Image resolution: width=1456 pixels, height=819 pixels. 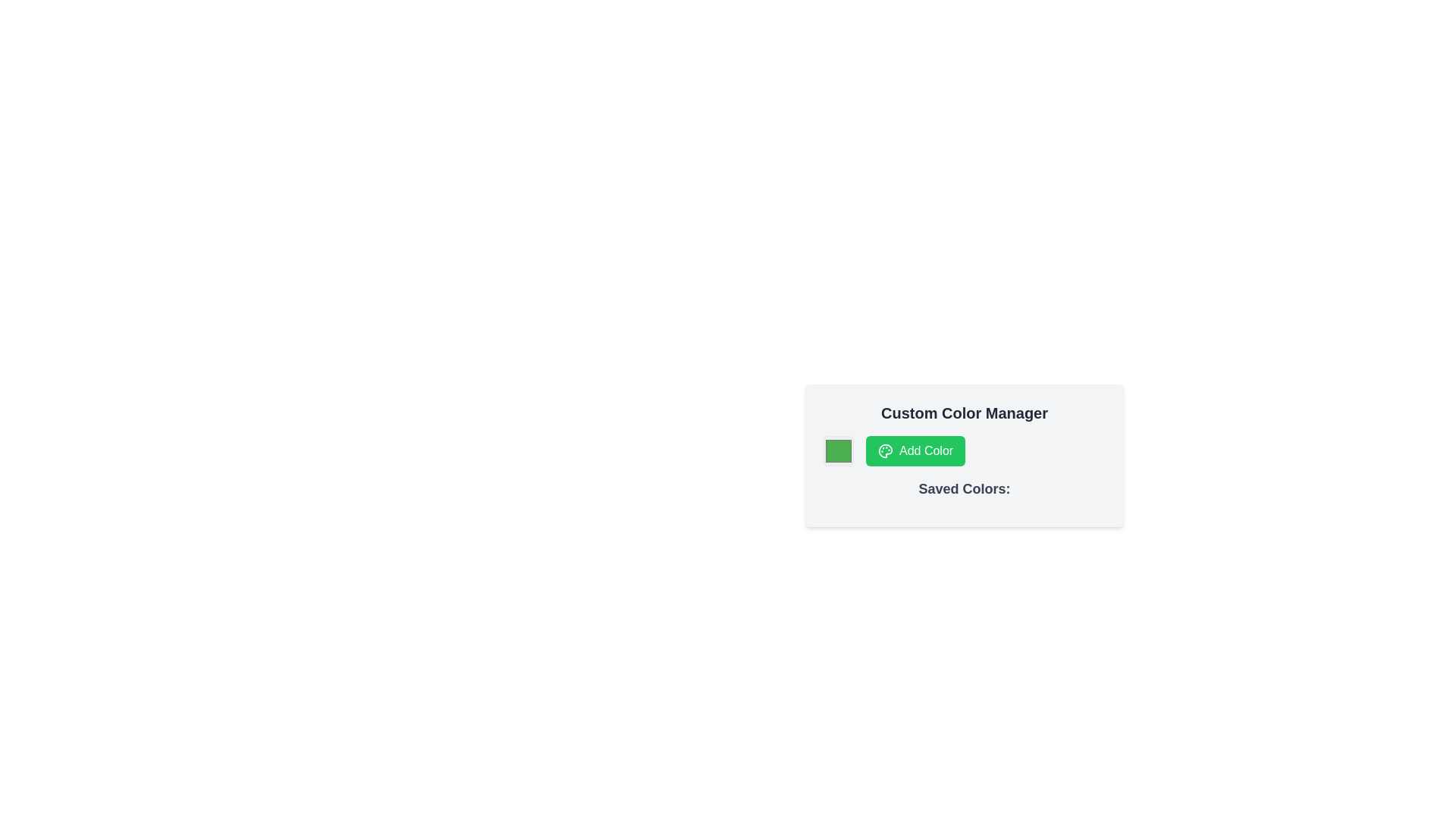 I want to click on the 'Add New Color' button located below the 'Custom Color Manager' title and to the right of the color preview box to initiate the action of adding a new color, so click(x=964, y=455).